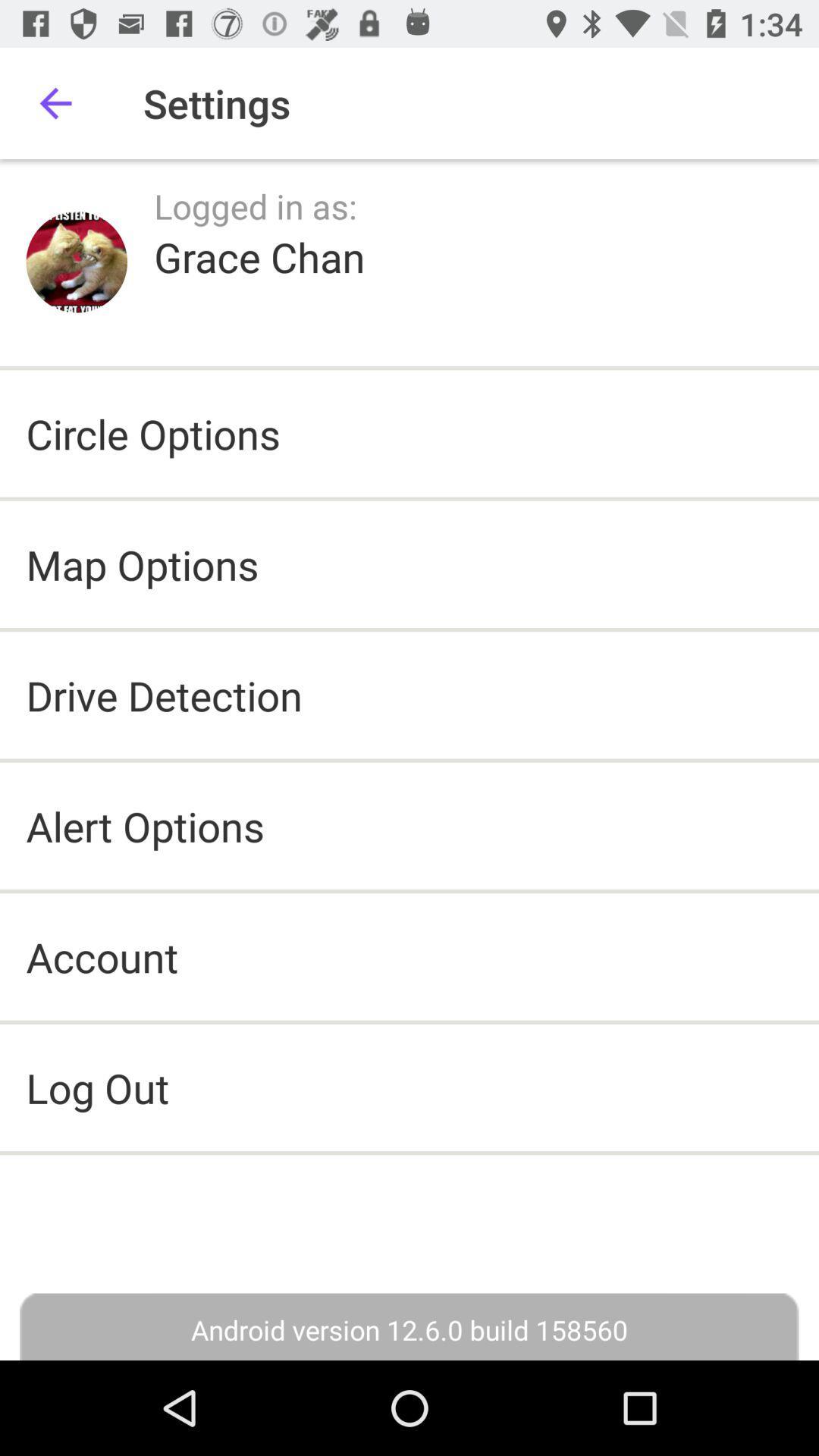  Describe the element at coordinates (164, 694) in the screenshot. I see `drive detection icon` at that location.